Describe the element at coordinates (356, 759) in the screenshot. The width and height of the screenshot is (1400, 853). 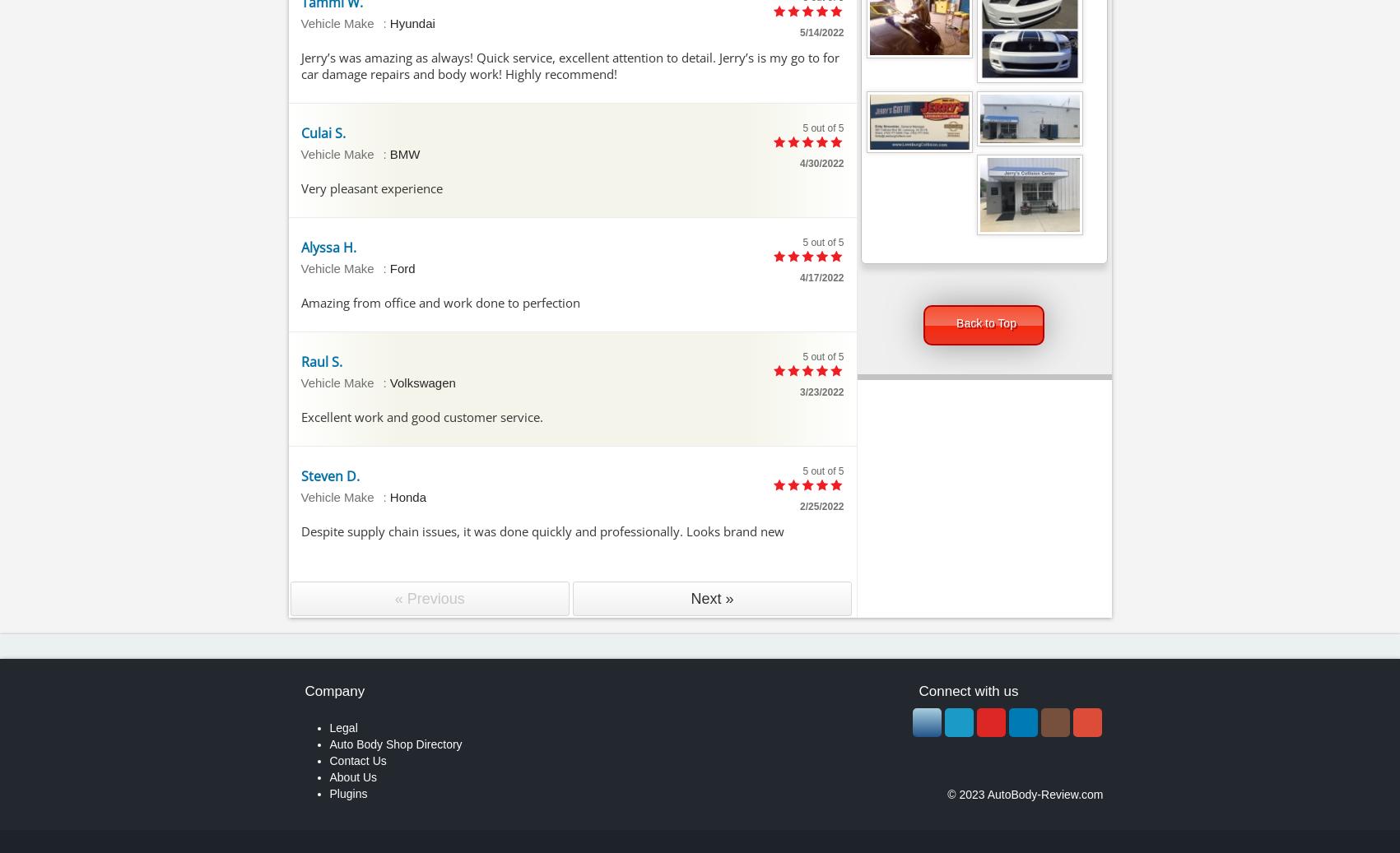
I see `'Contact Us'` at that location.